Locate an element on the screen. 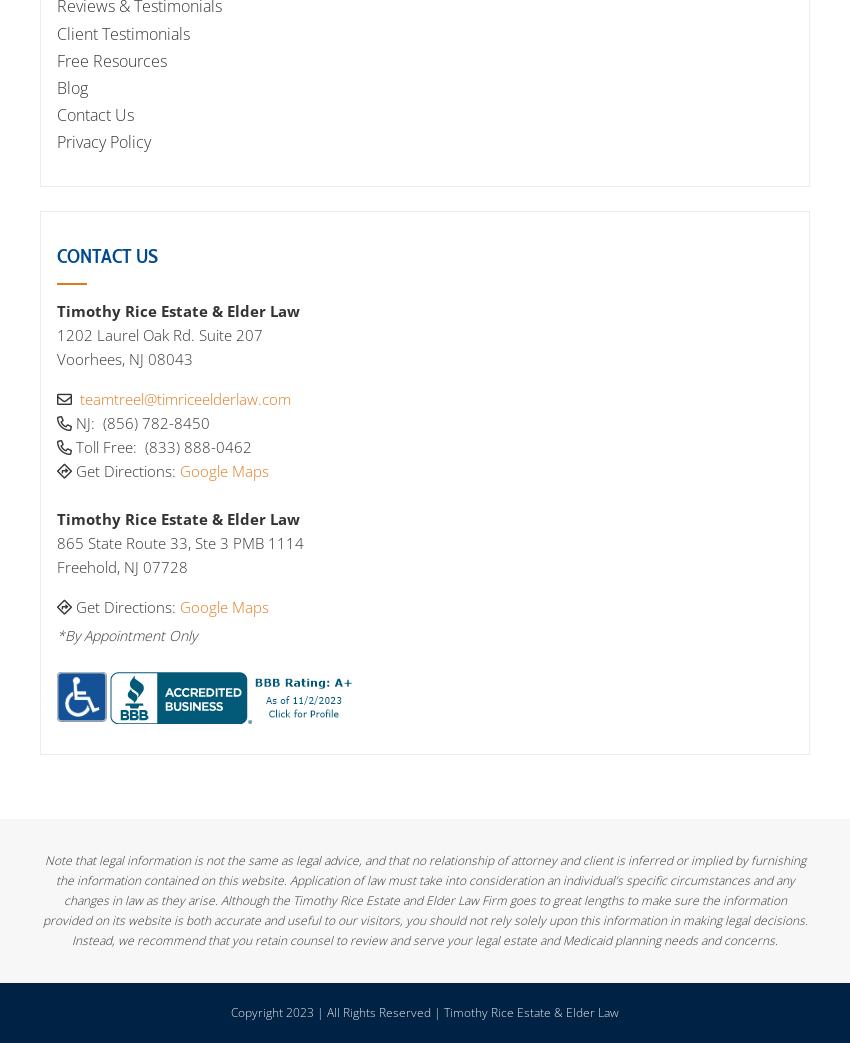  '(833) 888-0462' is located at coordinates (197, 445).